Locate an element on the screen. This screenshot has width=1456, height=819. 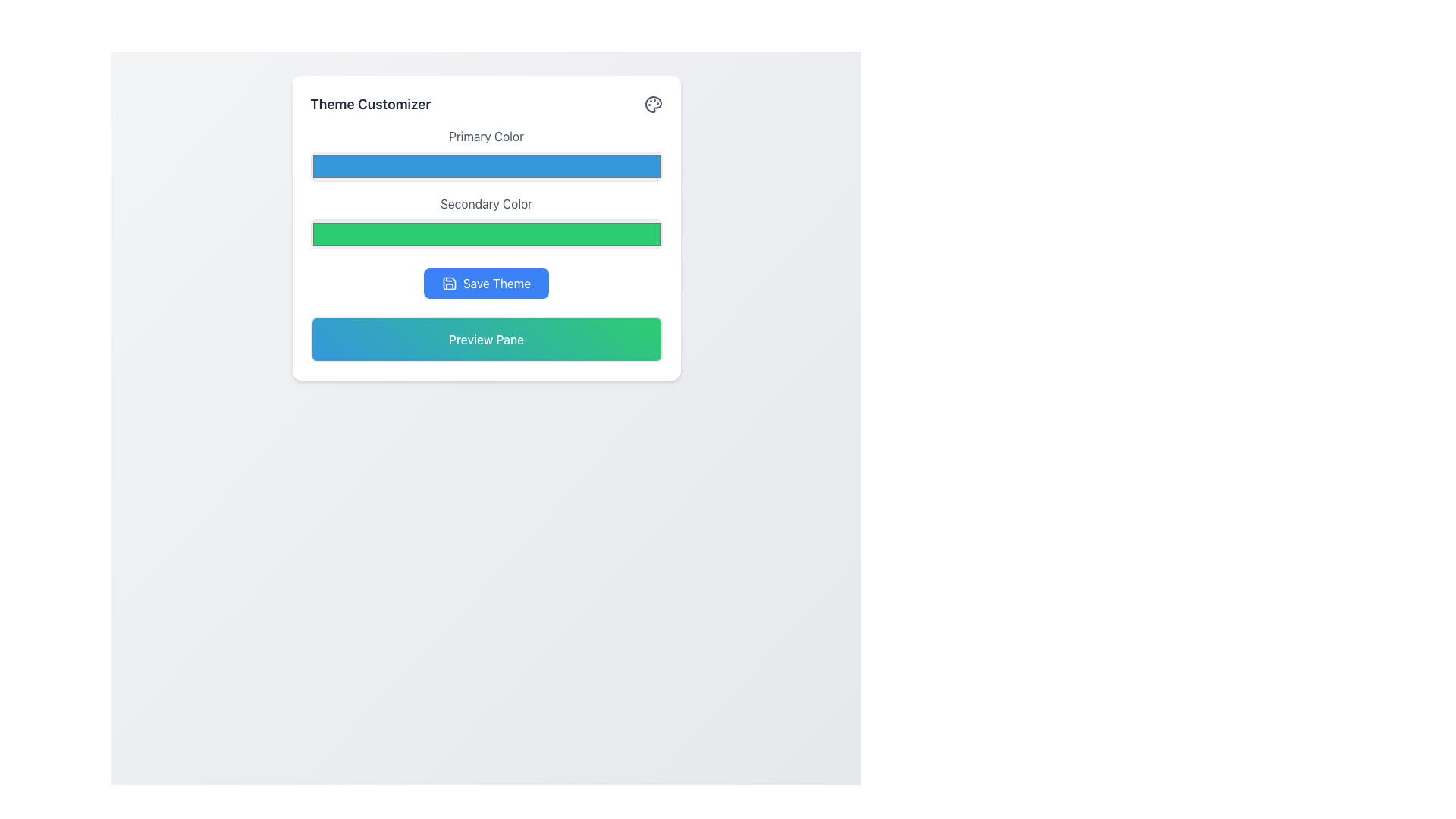
the descriptive informational label located at the bottom center of the structured panel, beneath the 'Save Theme' button is located at coordinates (486, 338).